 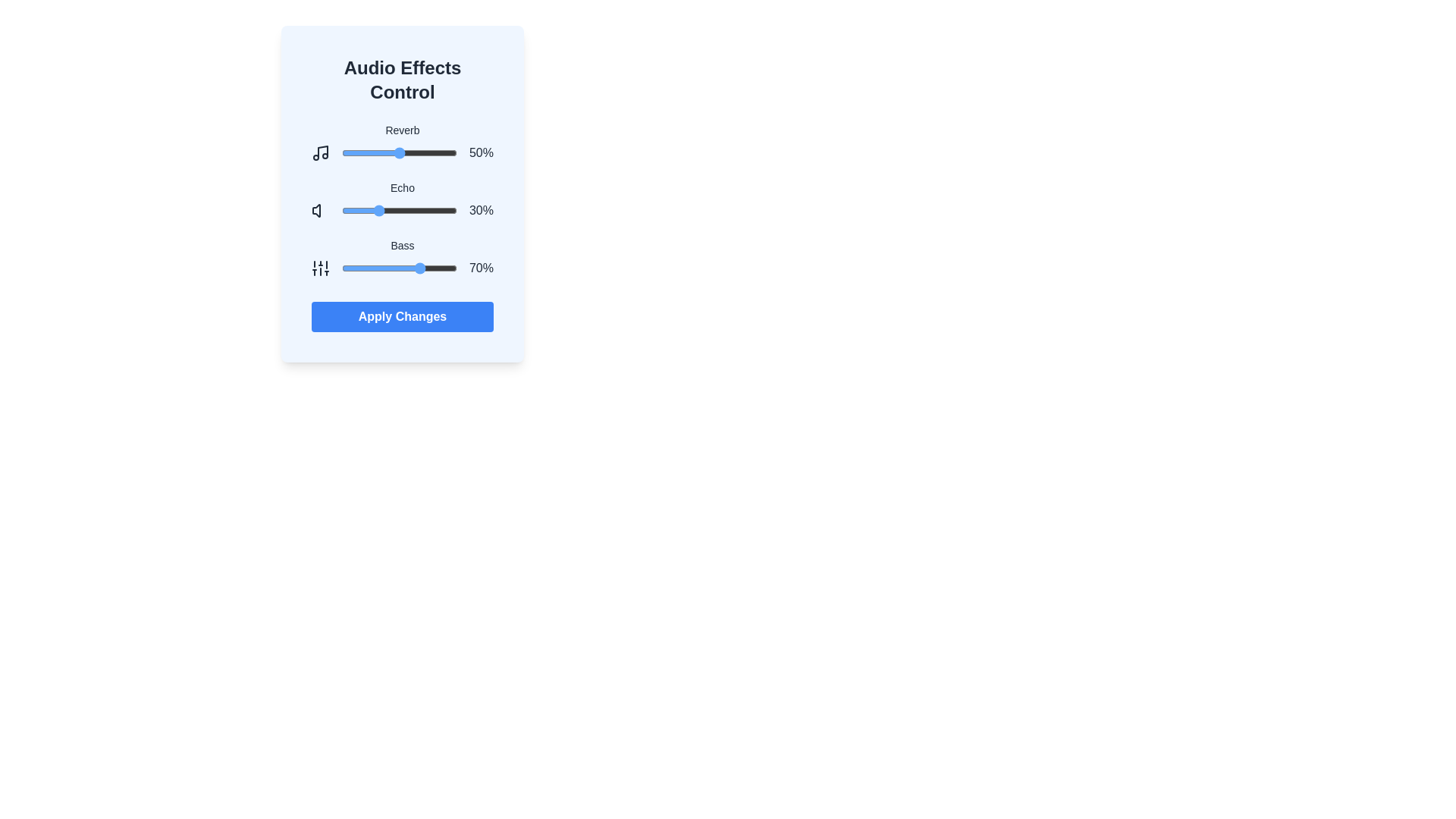 What do you see at coordinates (360, 268) in the screenshot?
I see `the bass effect` at bounding box center [360, 268].